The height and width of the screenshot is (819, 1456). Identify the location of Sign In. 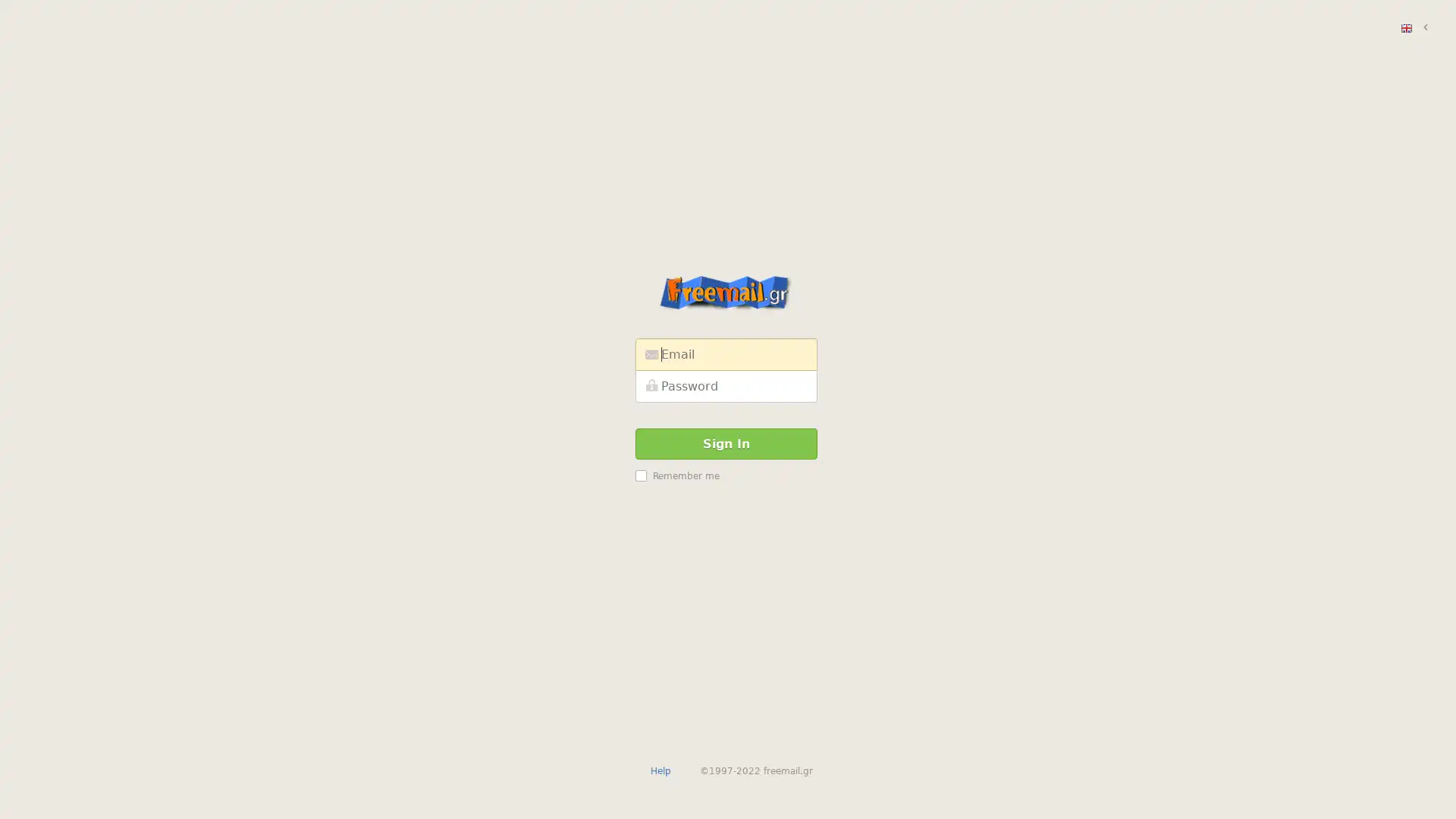
(726, 443).